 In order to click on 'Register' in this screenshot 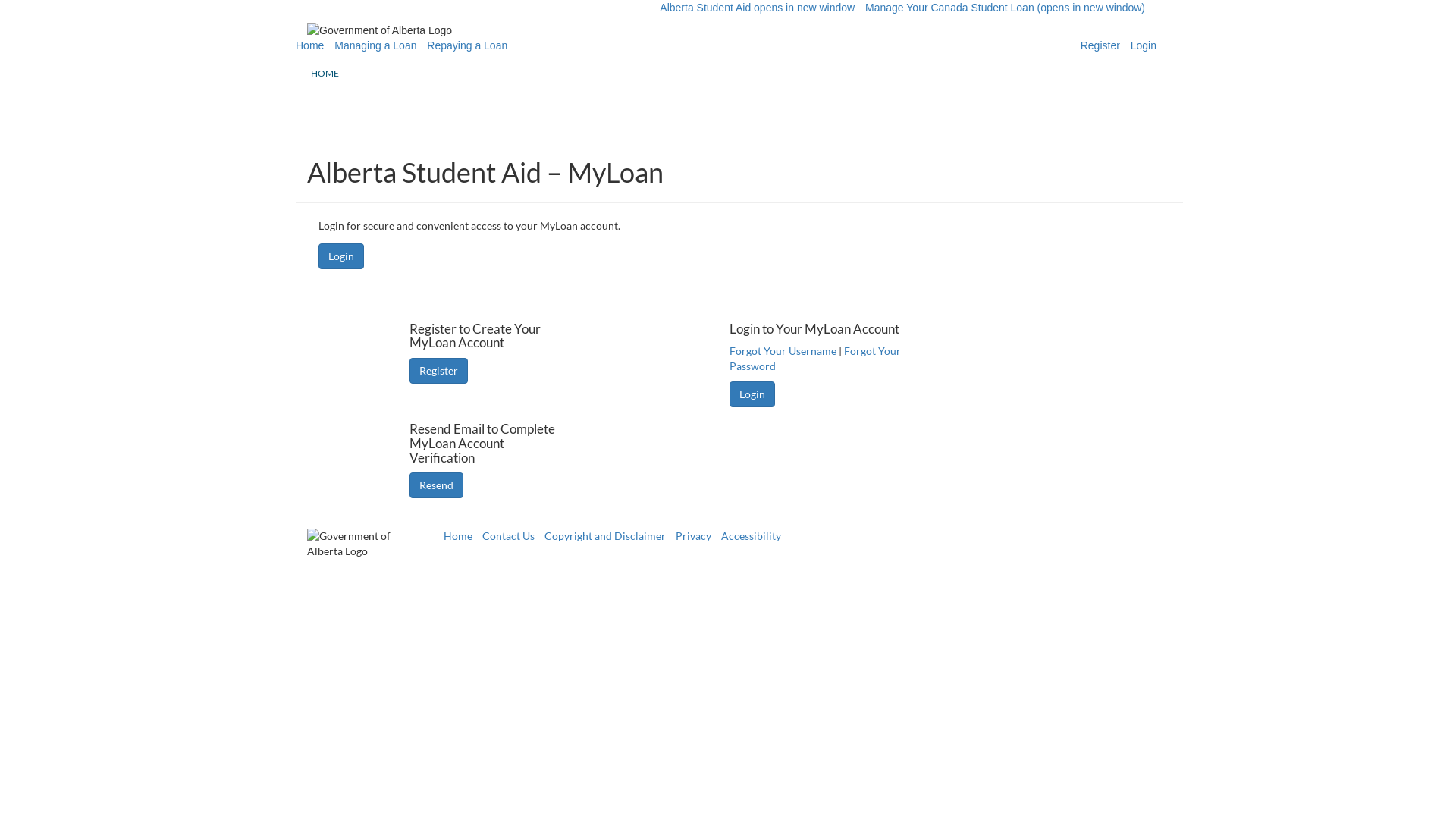, I will do `click(438, 371)`.